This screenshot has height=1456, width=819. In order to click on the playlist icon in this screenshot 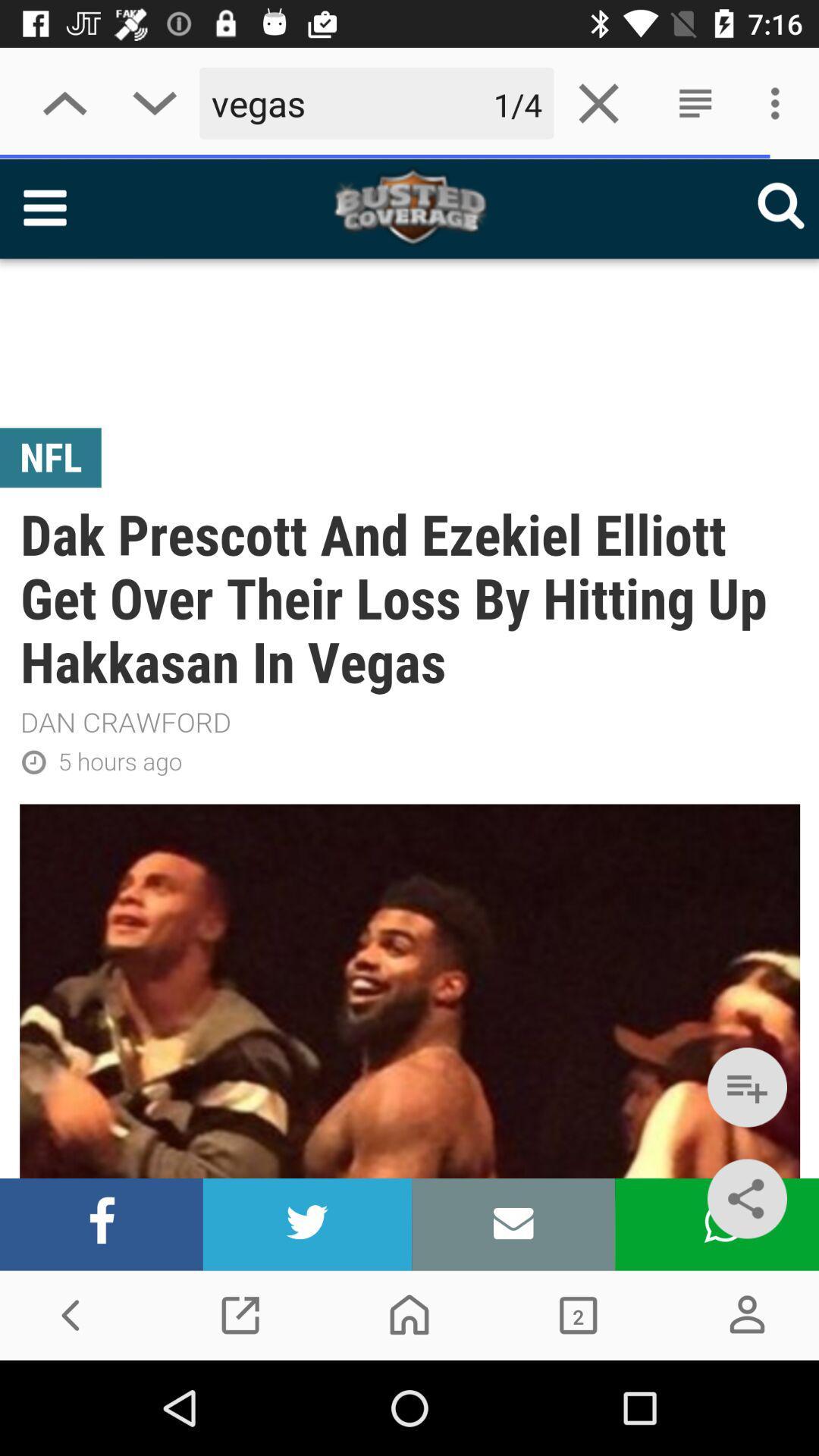, I will do `click(746, 1087)`.